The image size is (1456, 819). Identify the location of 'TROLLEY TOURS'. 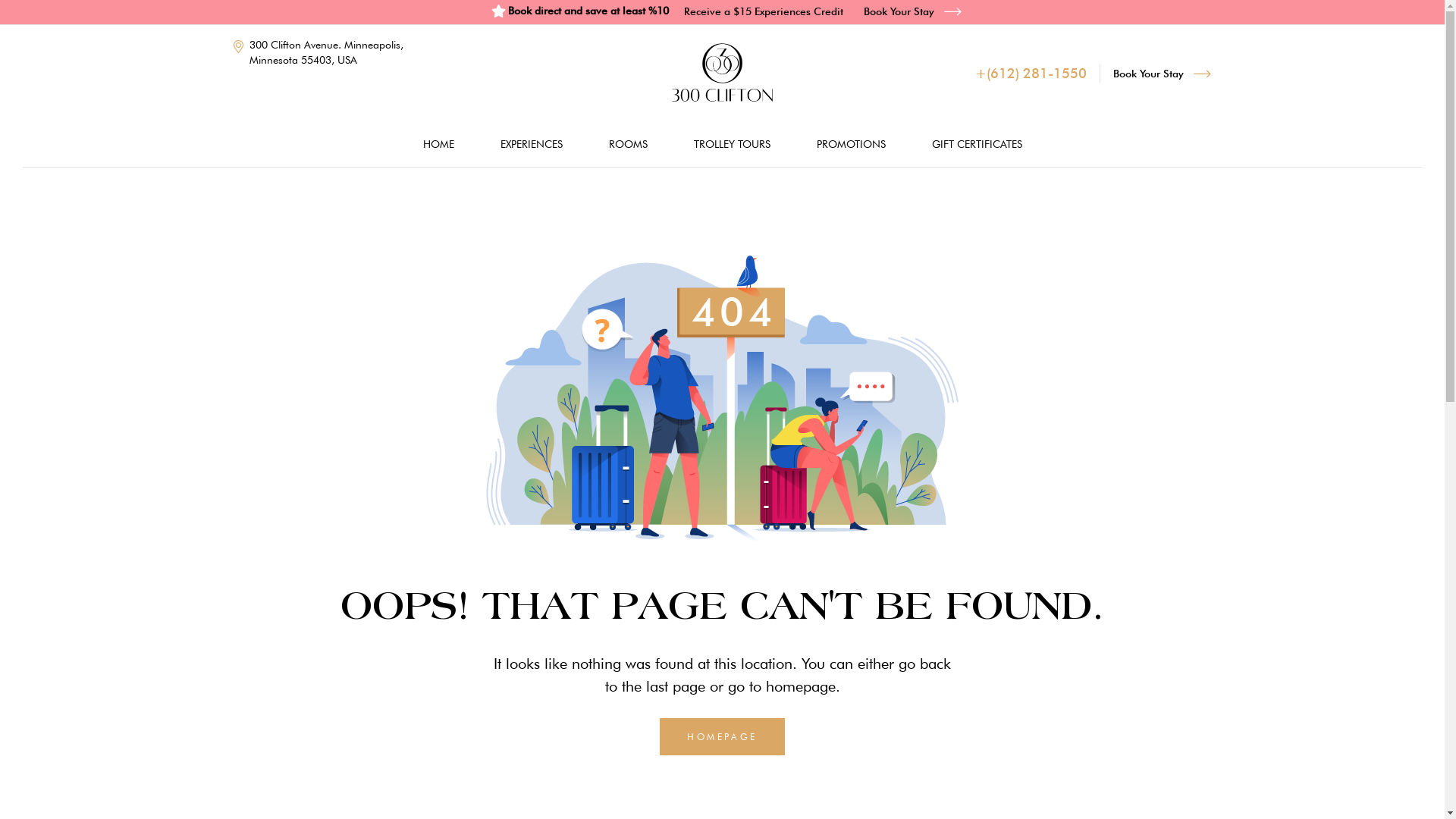
(731, 143).